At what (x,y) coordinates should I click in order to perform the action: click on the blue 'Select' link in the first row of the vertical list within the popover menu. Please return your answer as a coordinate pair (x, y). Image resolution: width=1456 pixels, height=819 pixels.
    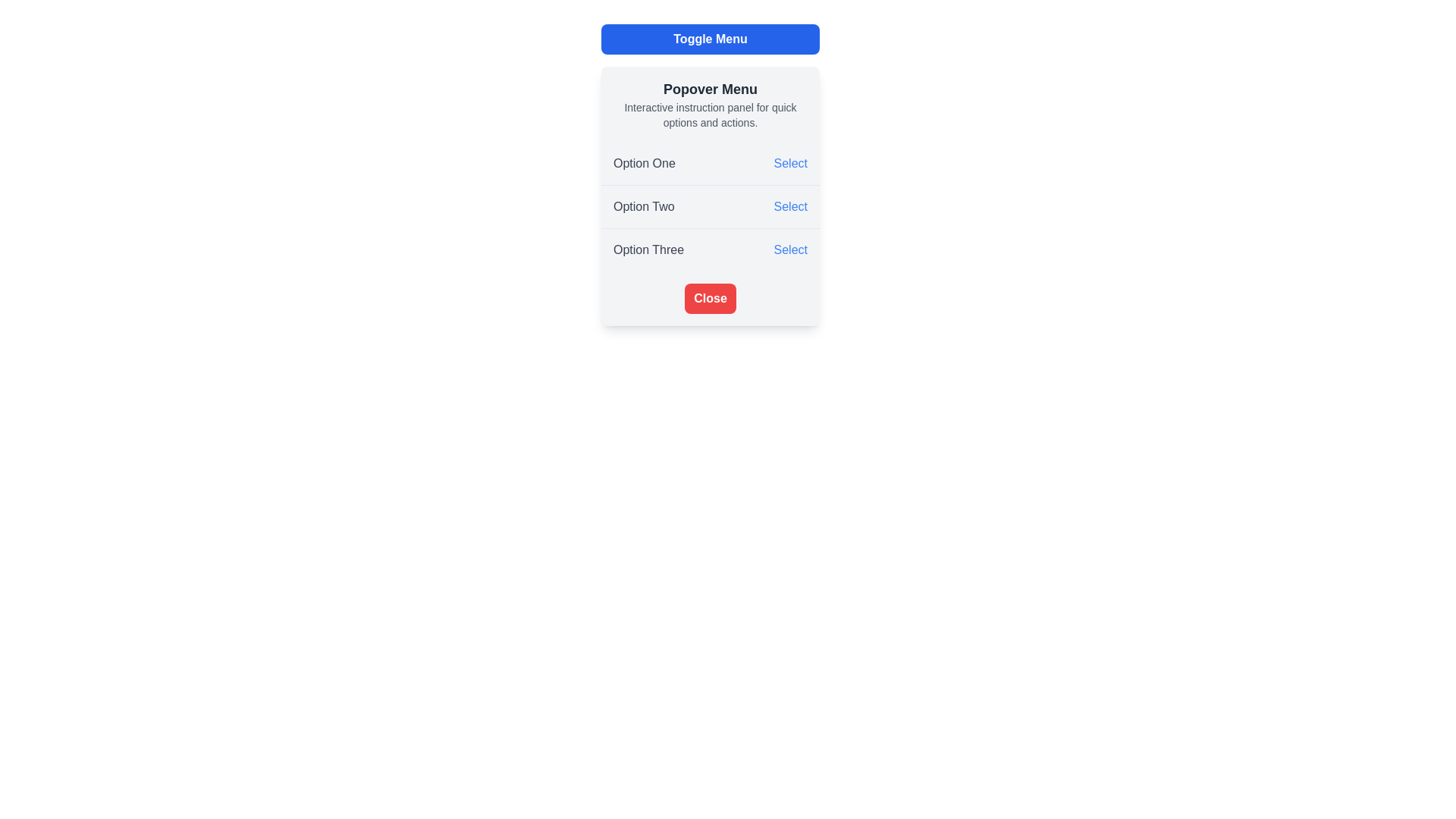
    Looking at the image, I should click on (709, 164).